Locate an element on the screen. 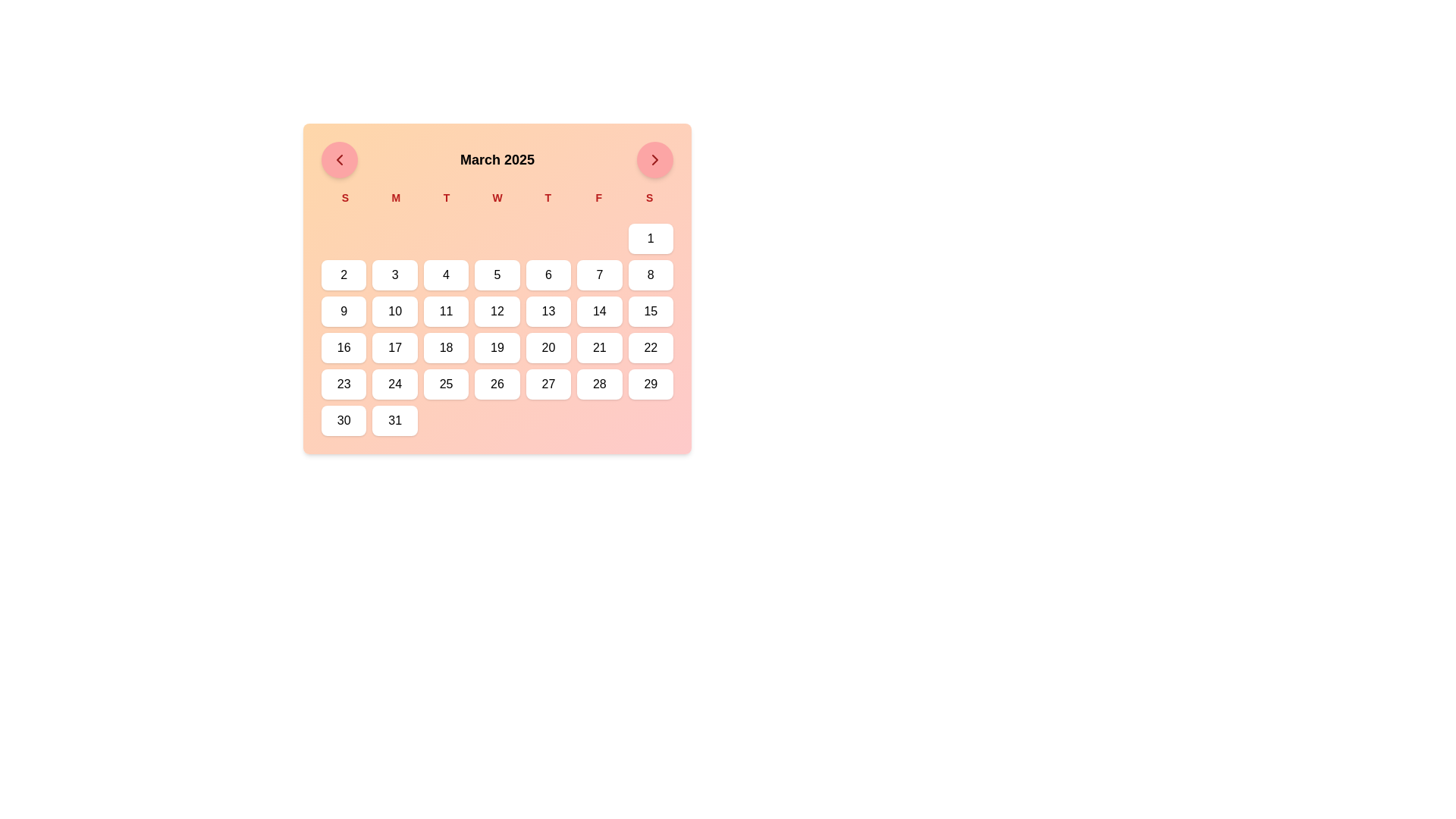 The width and height of the screenshot is (1456, 819). the white rectangular button with rounded corners labeled '5' is located at coordinates (497, 275).